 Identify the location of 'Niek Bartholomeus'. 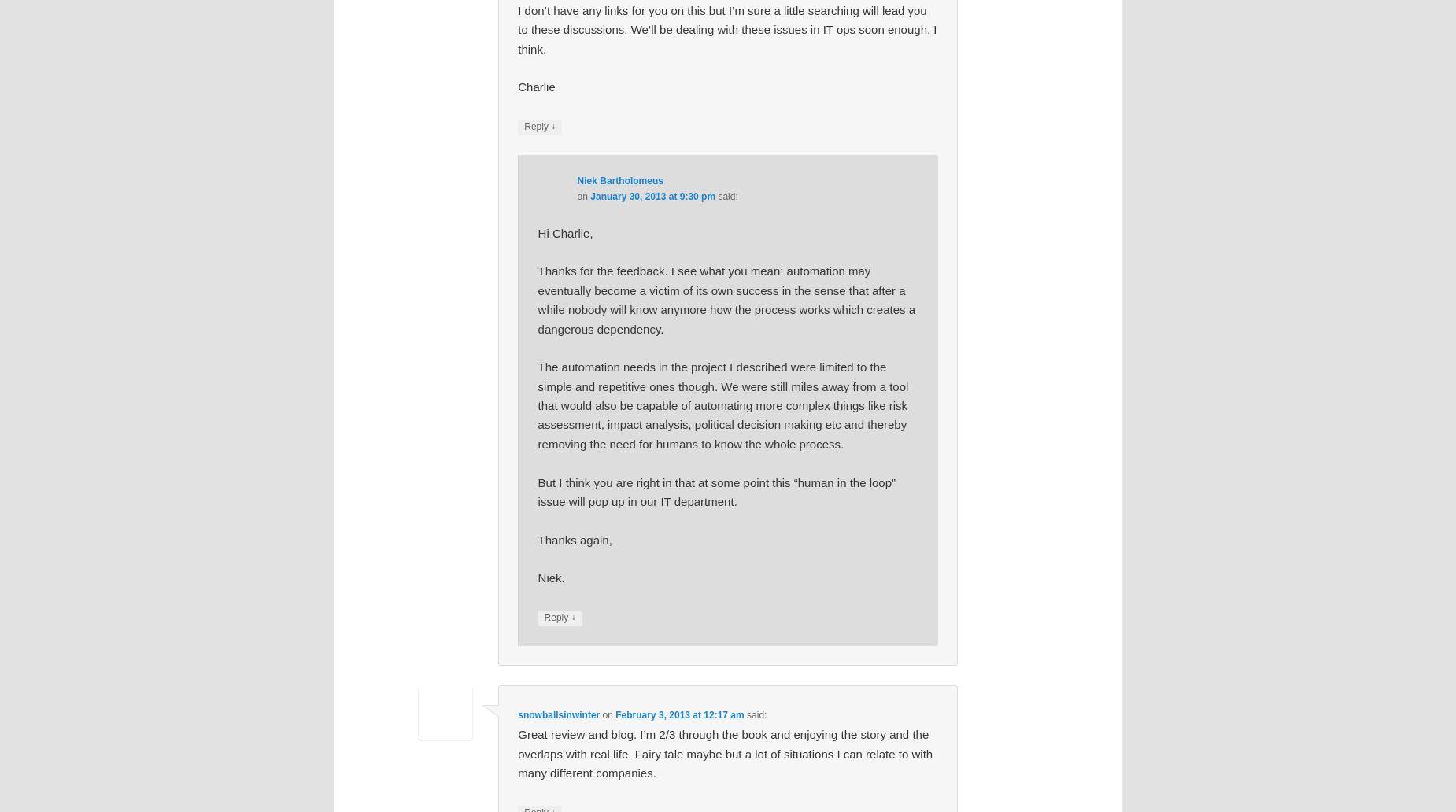
(619, 180).